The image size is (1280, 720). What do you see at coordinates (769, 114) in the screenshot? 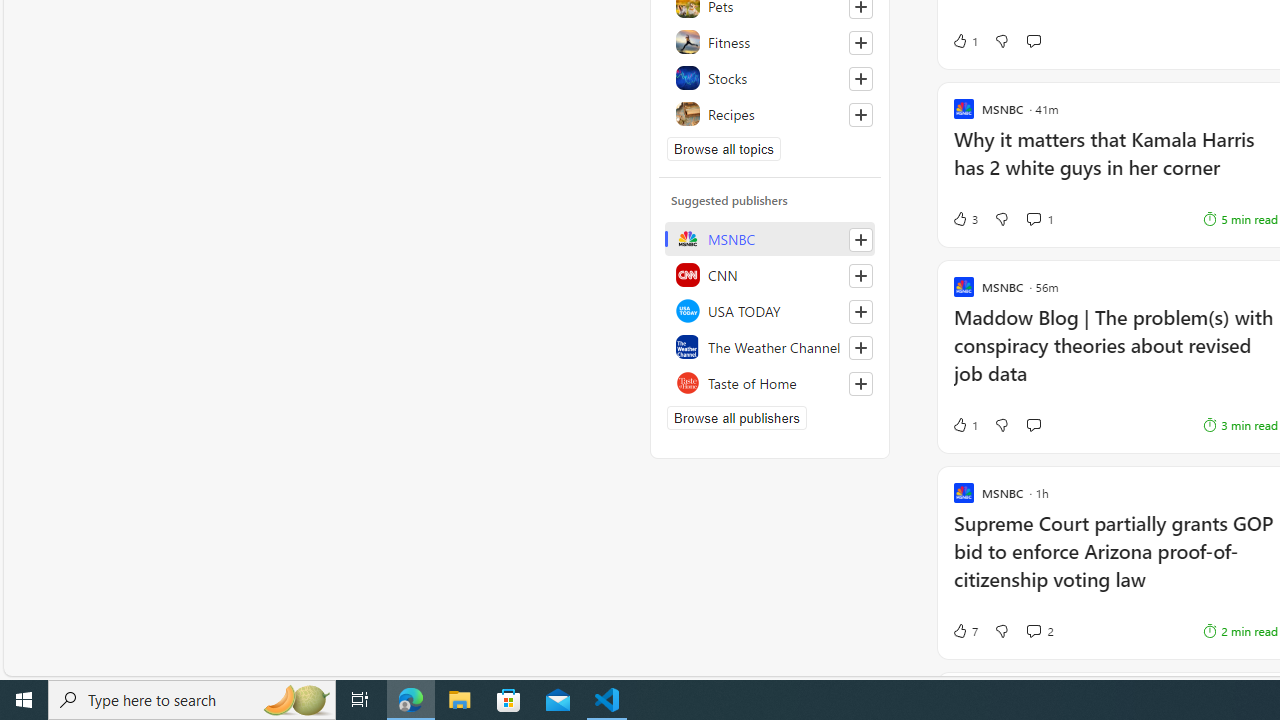
I see `'Recipes'` at bounding box center [769, 114].